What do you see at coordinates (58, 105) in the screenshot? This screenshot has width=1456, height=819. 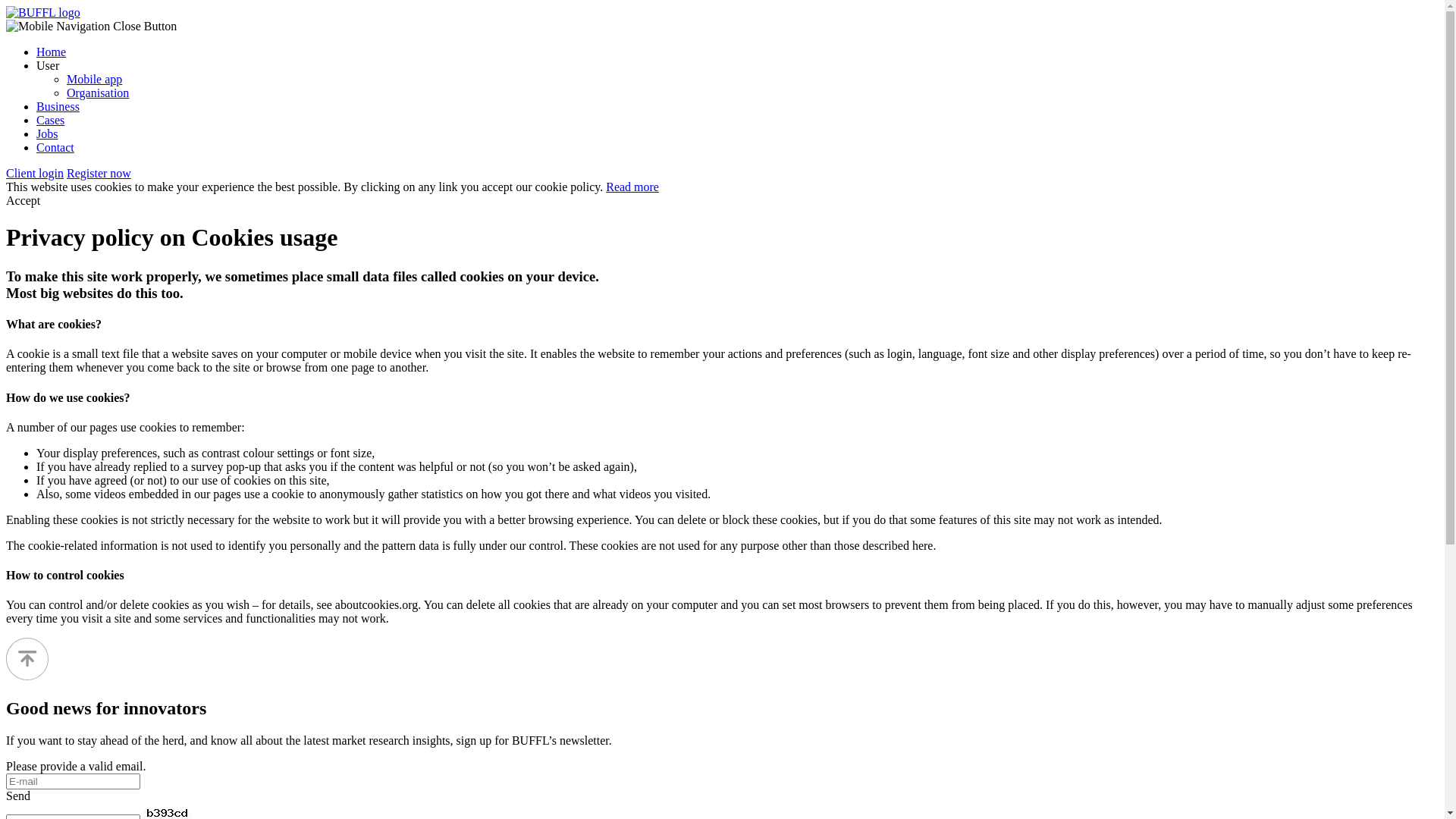 I see `'Business'` at bounding box center [58, 105].